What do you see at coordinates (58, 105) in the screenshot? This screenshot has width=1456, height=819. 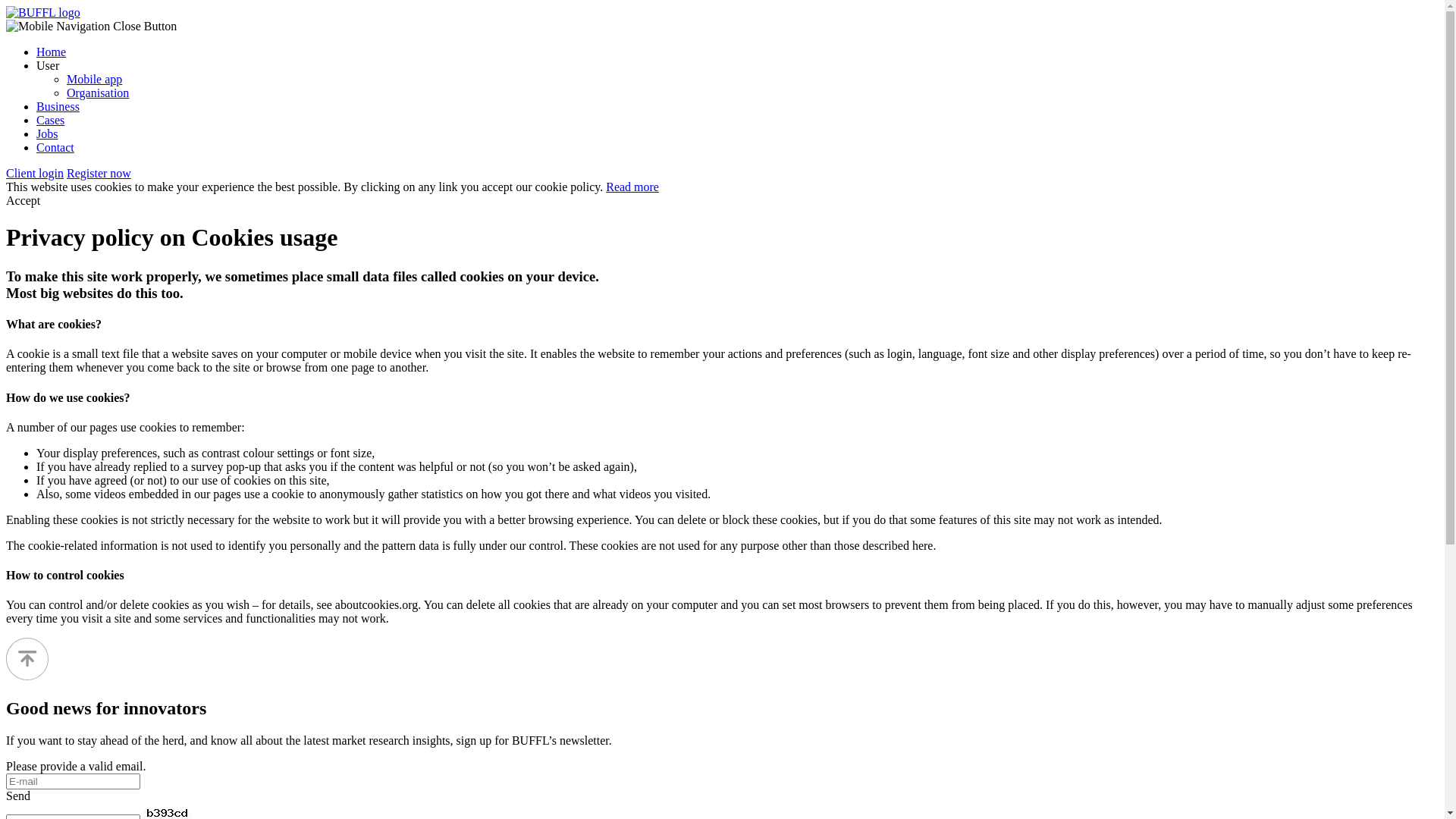 I see `'Business'` at bounding box center [58, 105].